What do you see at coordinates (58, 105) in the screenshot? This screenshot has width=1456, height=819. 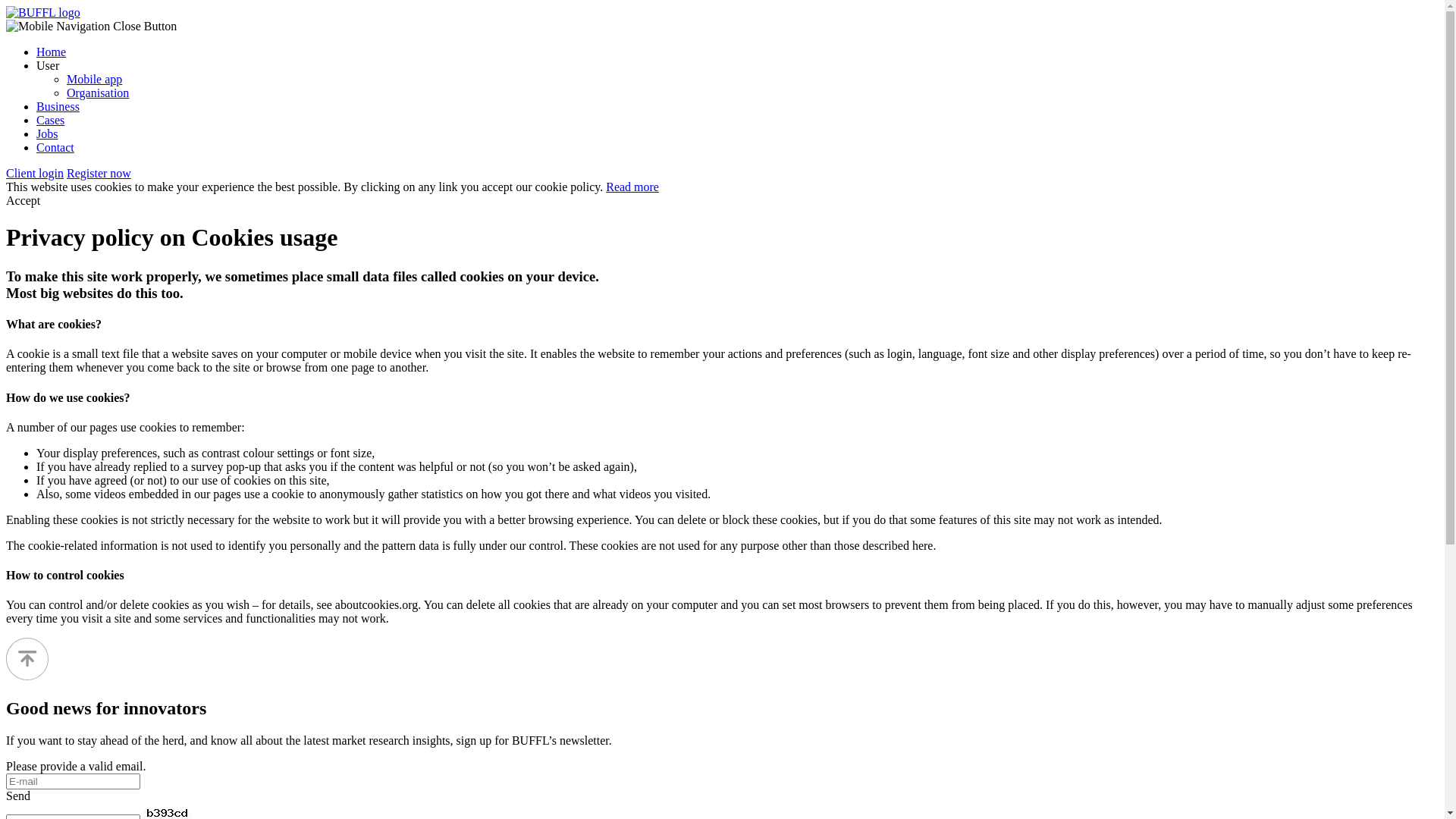 I see `'Business'` at bounding box center [58, 105].